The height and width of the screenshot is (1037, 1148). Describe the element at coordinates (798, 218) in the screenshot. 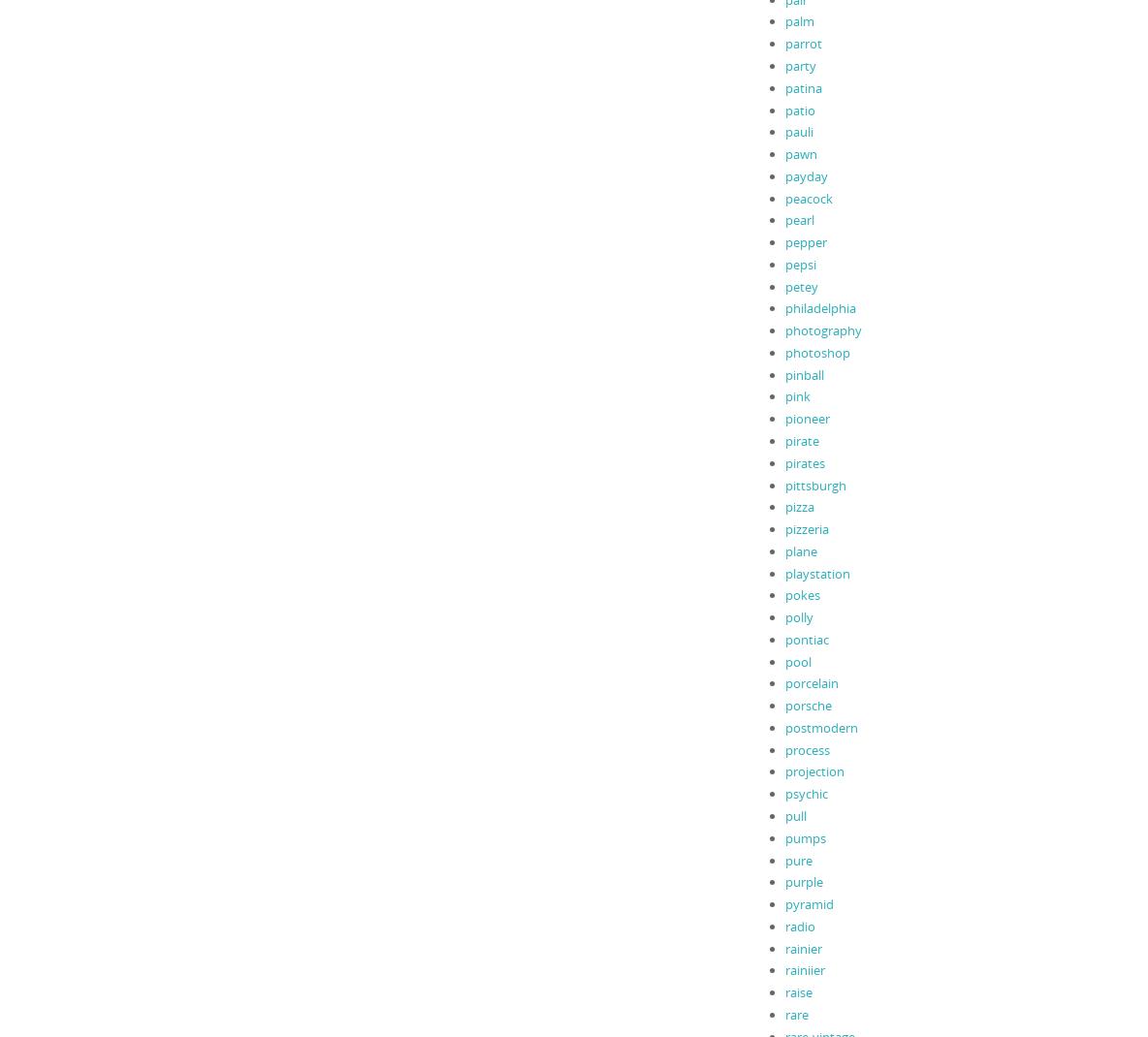

I see `'pearl'` at that location.